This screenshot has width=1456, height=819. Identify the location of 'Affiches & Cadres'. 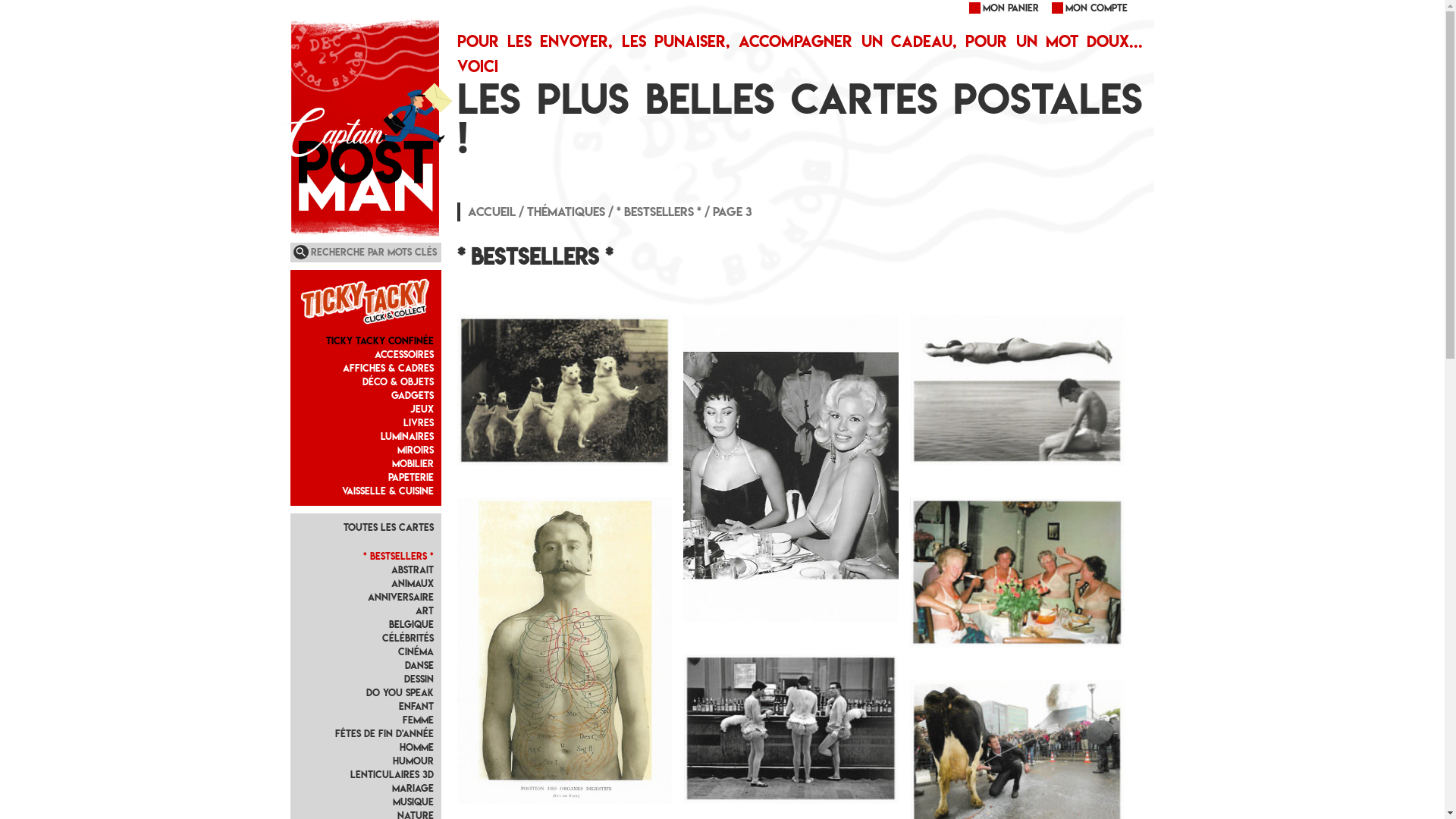
(388, 368).